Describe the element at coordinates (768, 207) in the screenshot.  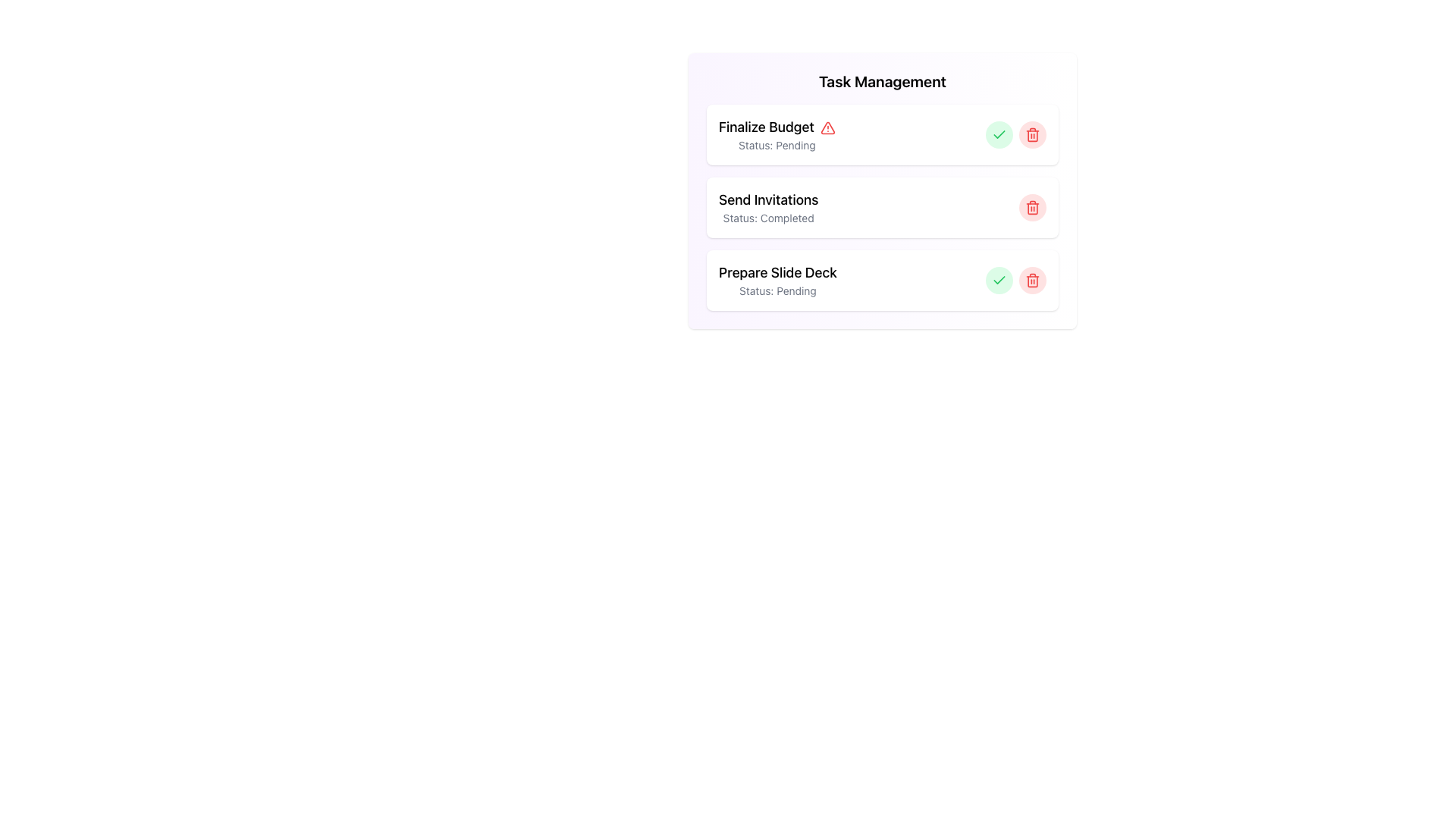
I see `the Text Display Component that shows the title and completion status of the task labeled 'Send Invitations' in the Task Management section` at that location.